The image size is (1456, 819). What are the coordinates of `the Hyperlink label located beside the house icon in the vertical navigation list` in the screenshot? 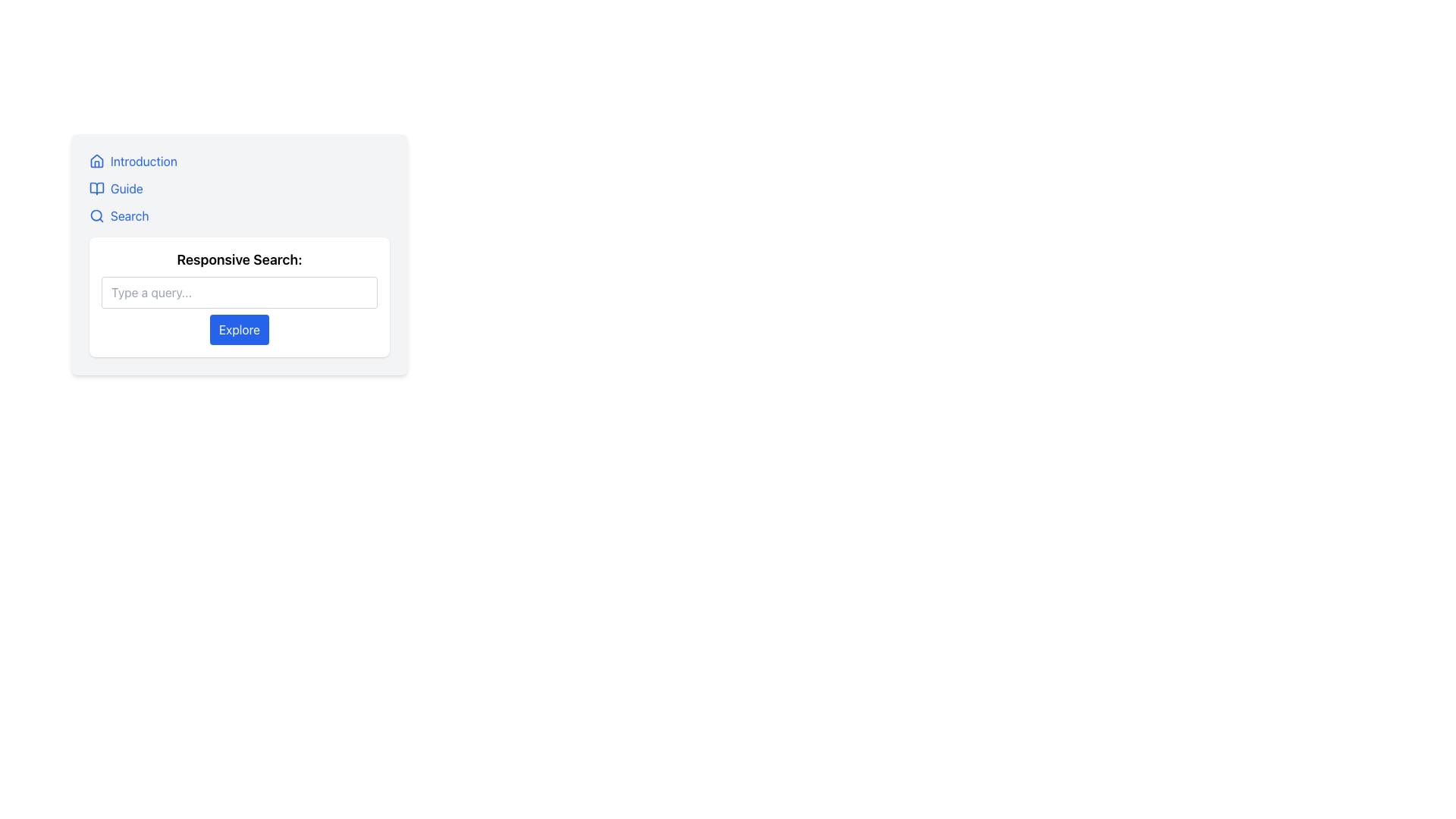 It's located at (143, 161).